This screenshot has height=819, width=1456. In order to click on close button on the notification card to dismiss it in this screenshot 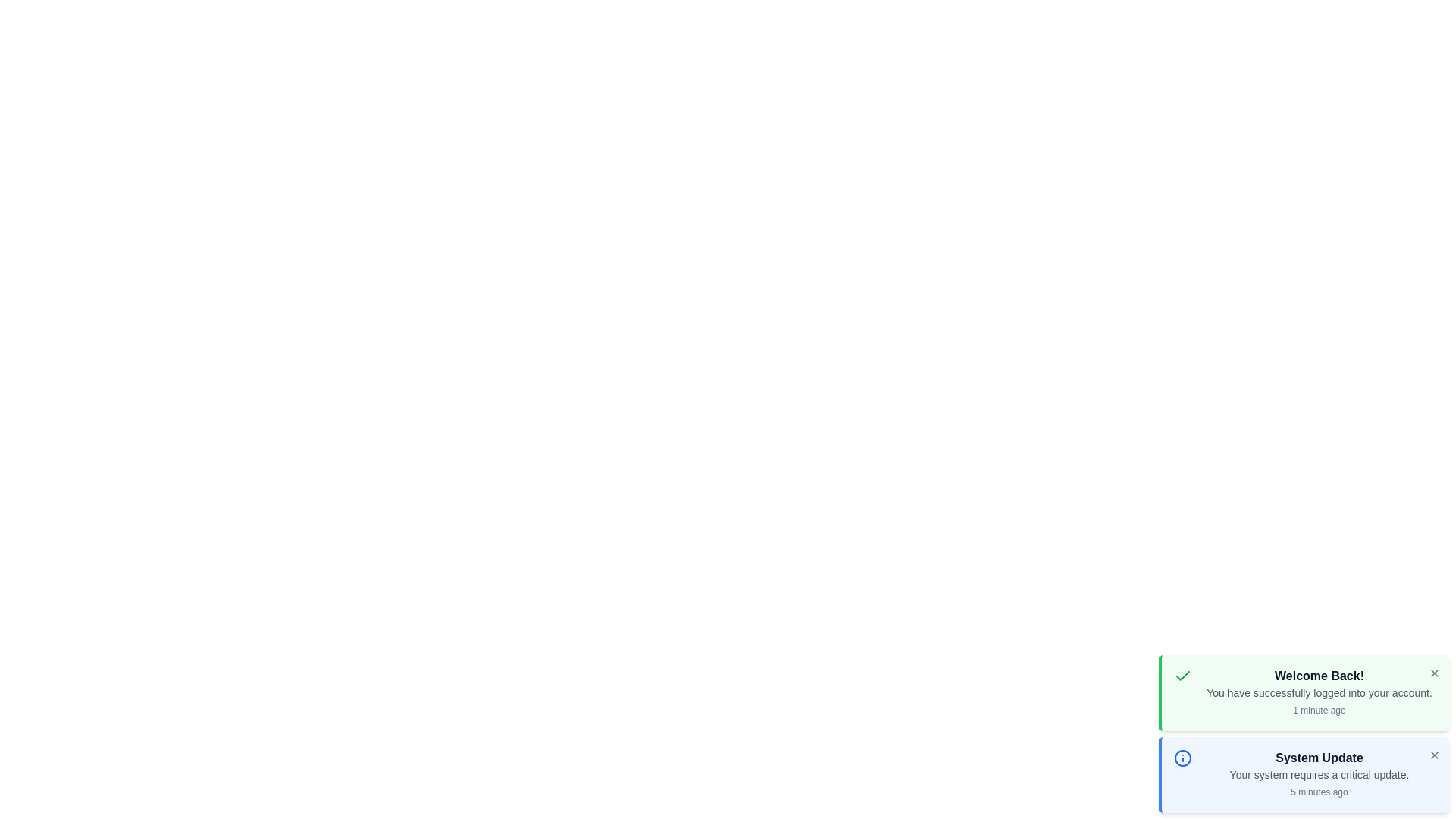, I will do `click(1433, 672)`.